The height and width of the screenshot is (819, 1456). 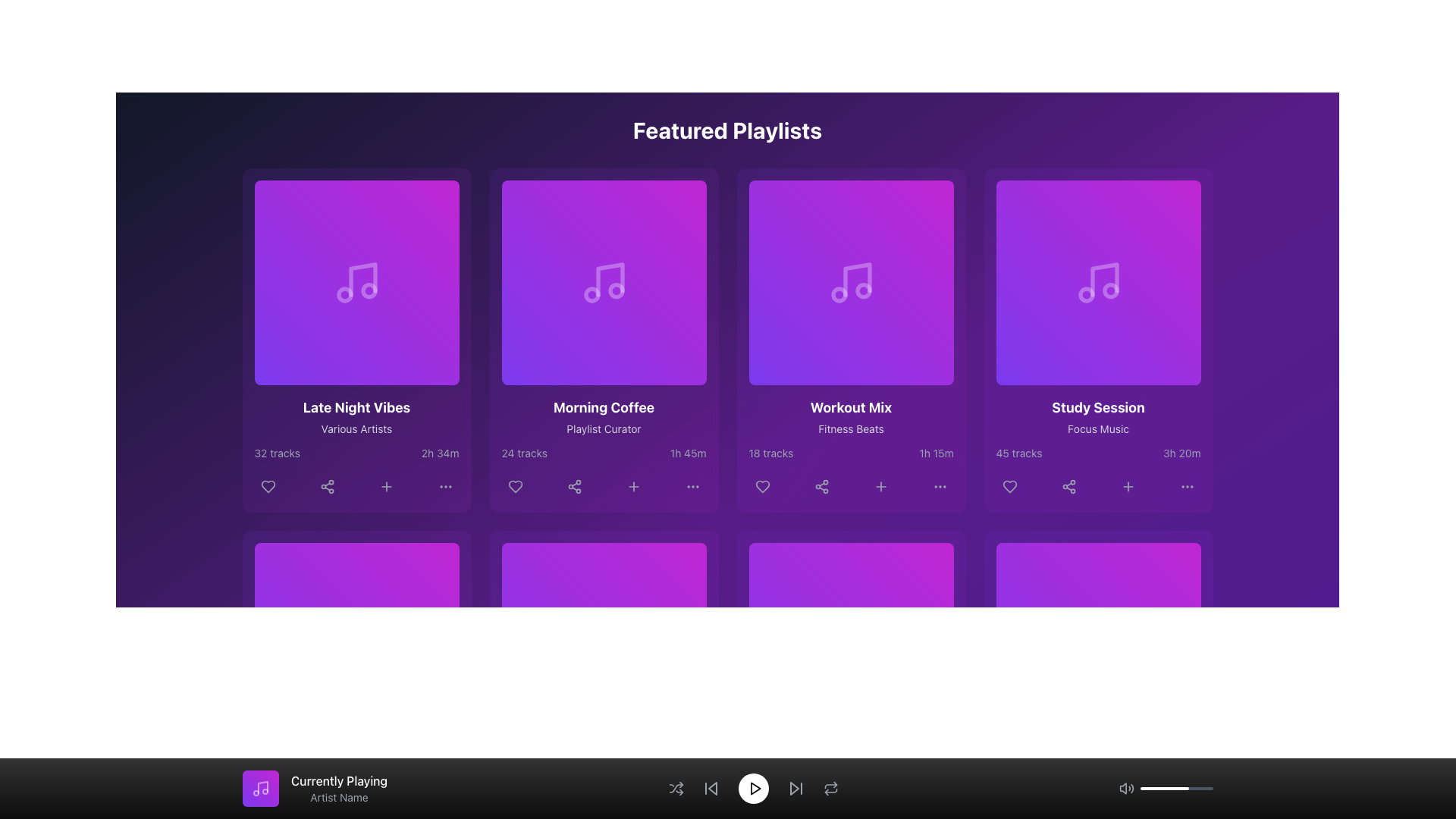 I want to click on the play icon, so click(x=357, y=283).